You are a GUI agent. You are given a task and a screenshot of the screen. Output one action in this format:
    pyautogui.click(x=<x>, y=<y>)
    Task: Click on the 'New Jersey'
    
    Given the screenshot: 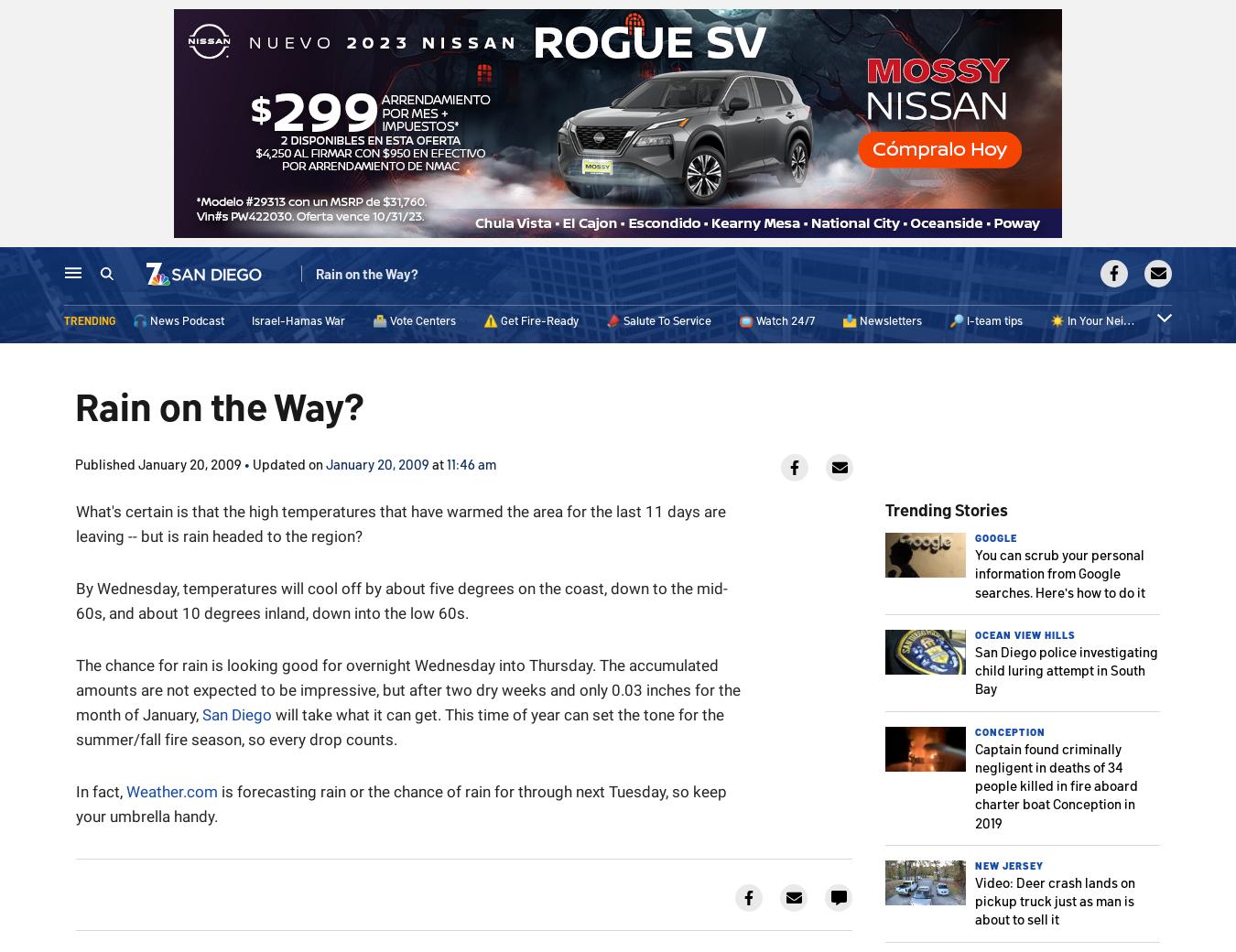 What is the action you would take?
    pyautogui.click(x=1009, y=864)
    